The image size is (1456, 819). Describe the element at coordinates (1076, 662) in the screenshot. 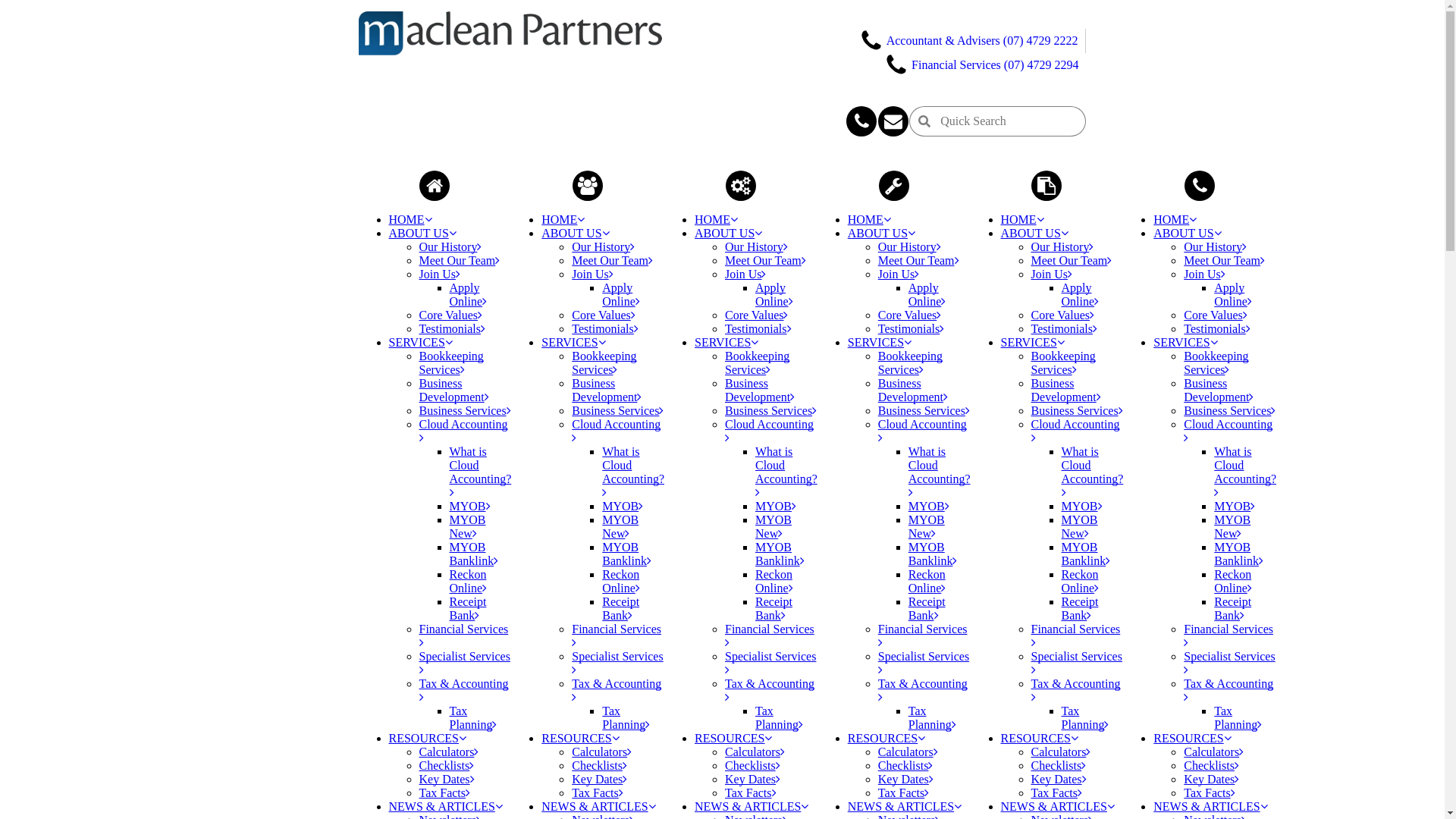

I see `'Specialist Services'` at that location.